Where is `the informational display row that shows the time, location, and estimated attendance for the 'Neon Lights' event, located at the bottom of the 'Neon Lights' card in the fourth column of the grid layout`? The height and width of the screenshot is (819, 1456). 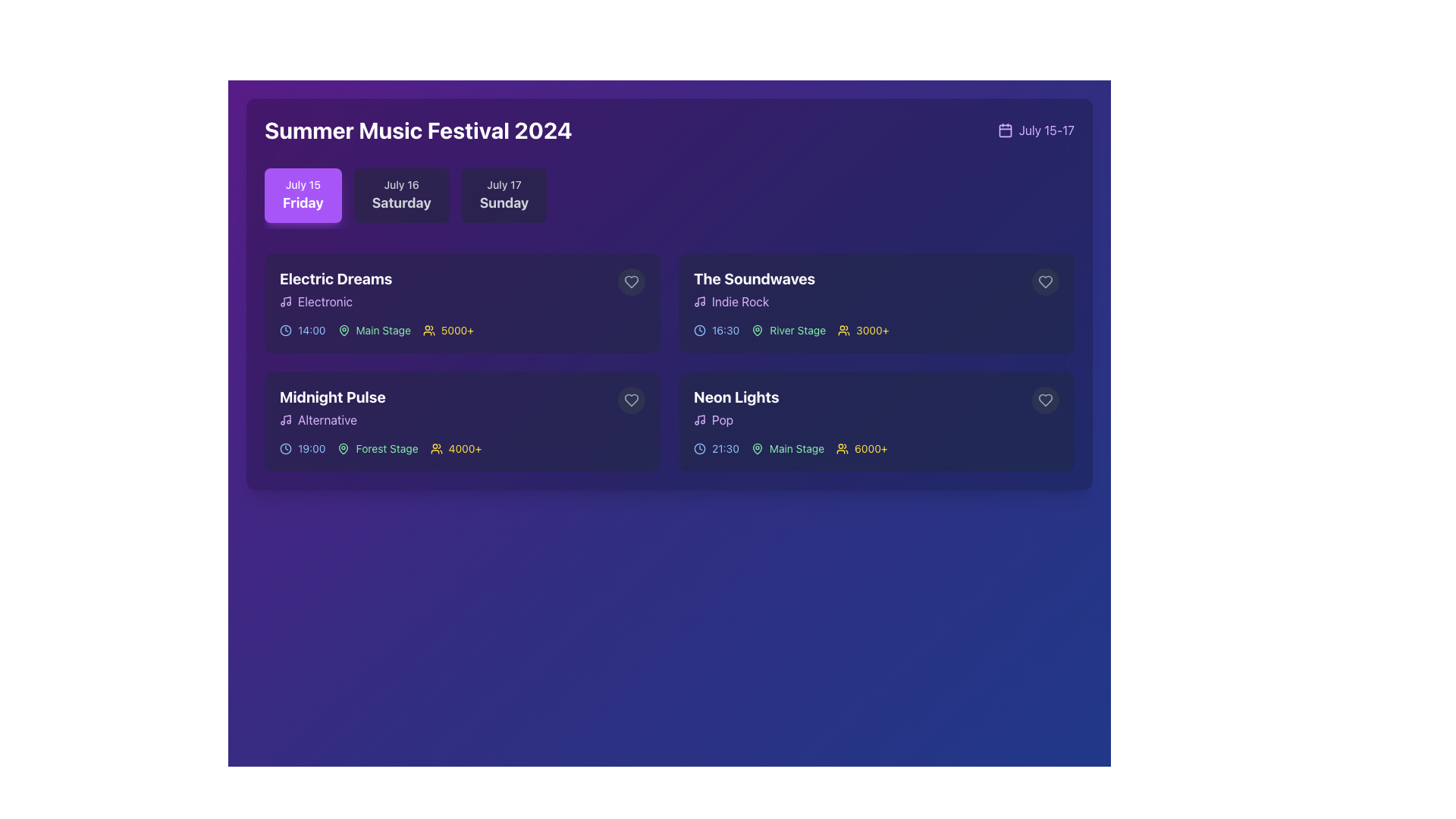
the informational display row that shows the time, location, and estimated attendance for the 'Neon Lights' event, located at the bottom of the 'Neon Lights' card in the fourth column of the grid layout is located at coordinates (877, 447).